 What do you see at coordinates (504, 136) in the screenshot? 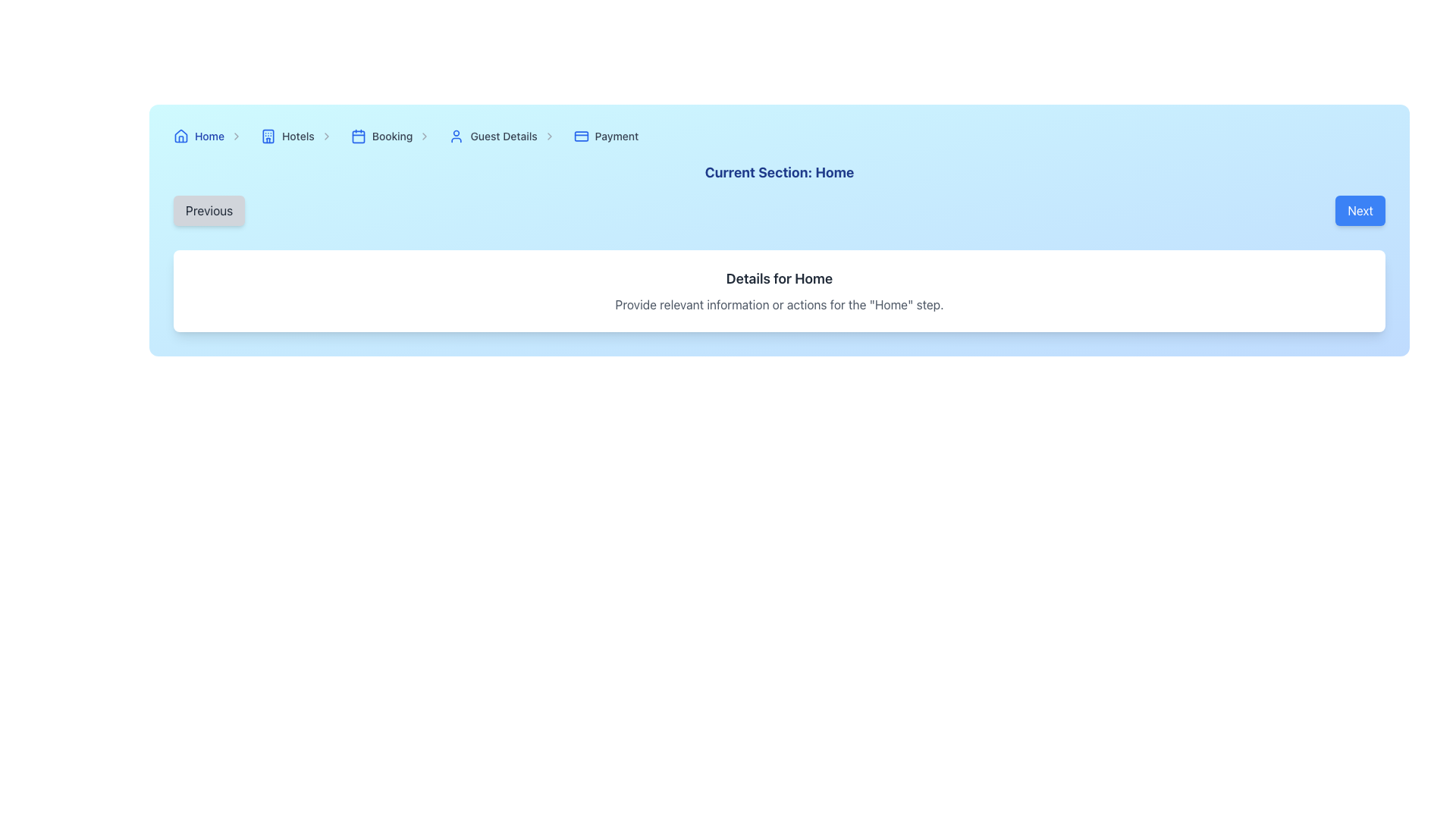
I see `the fourth breadcrumb item hyperlink that redirects to the 'Guest Details' page` at bounding box center [504, 136].